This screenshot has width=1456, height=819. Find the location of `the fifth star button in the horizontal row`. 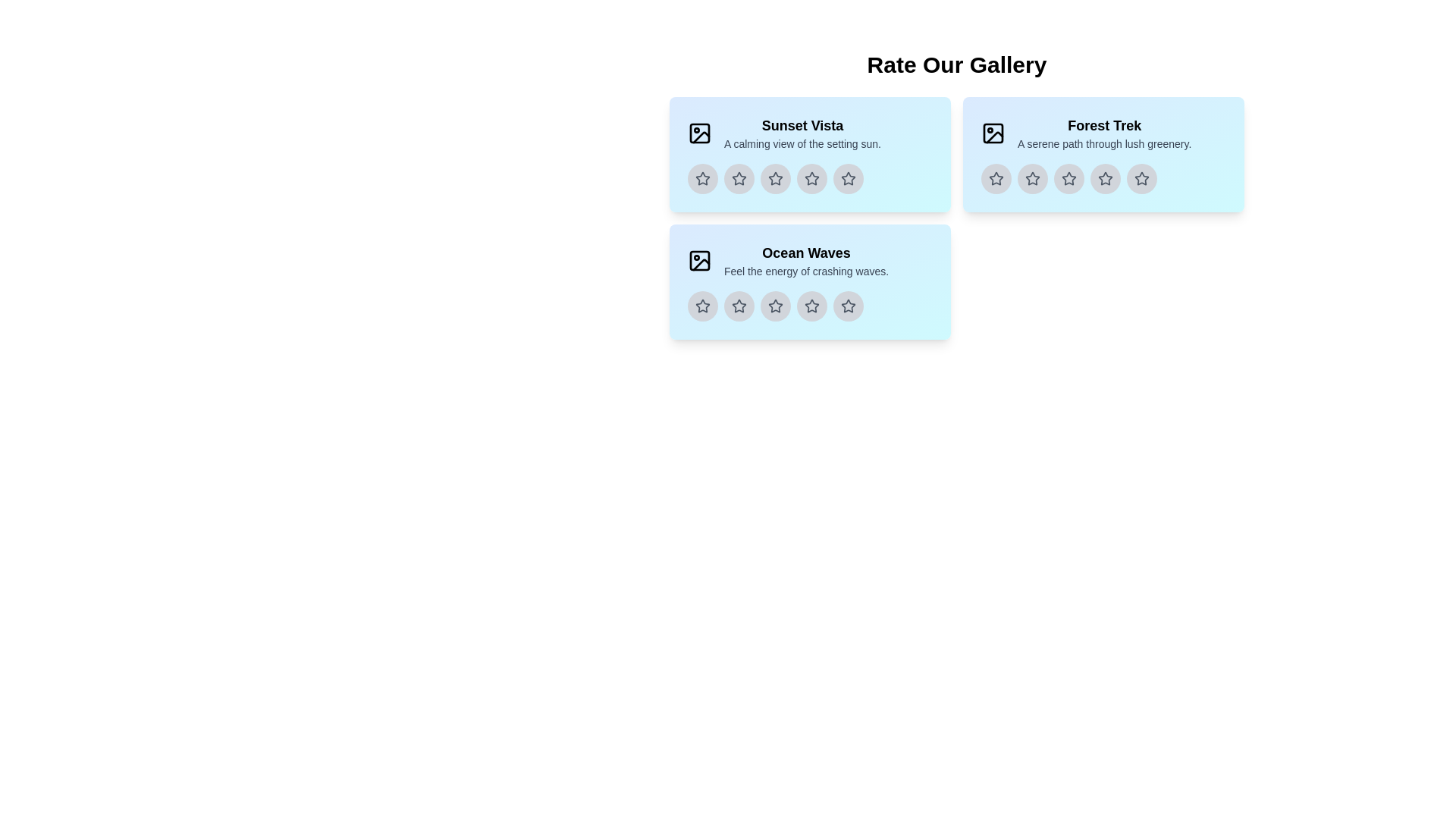

the fifth star button in the horizontal row is located at coordinates (1142, 177).